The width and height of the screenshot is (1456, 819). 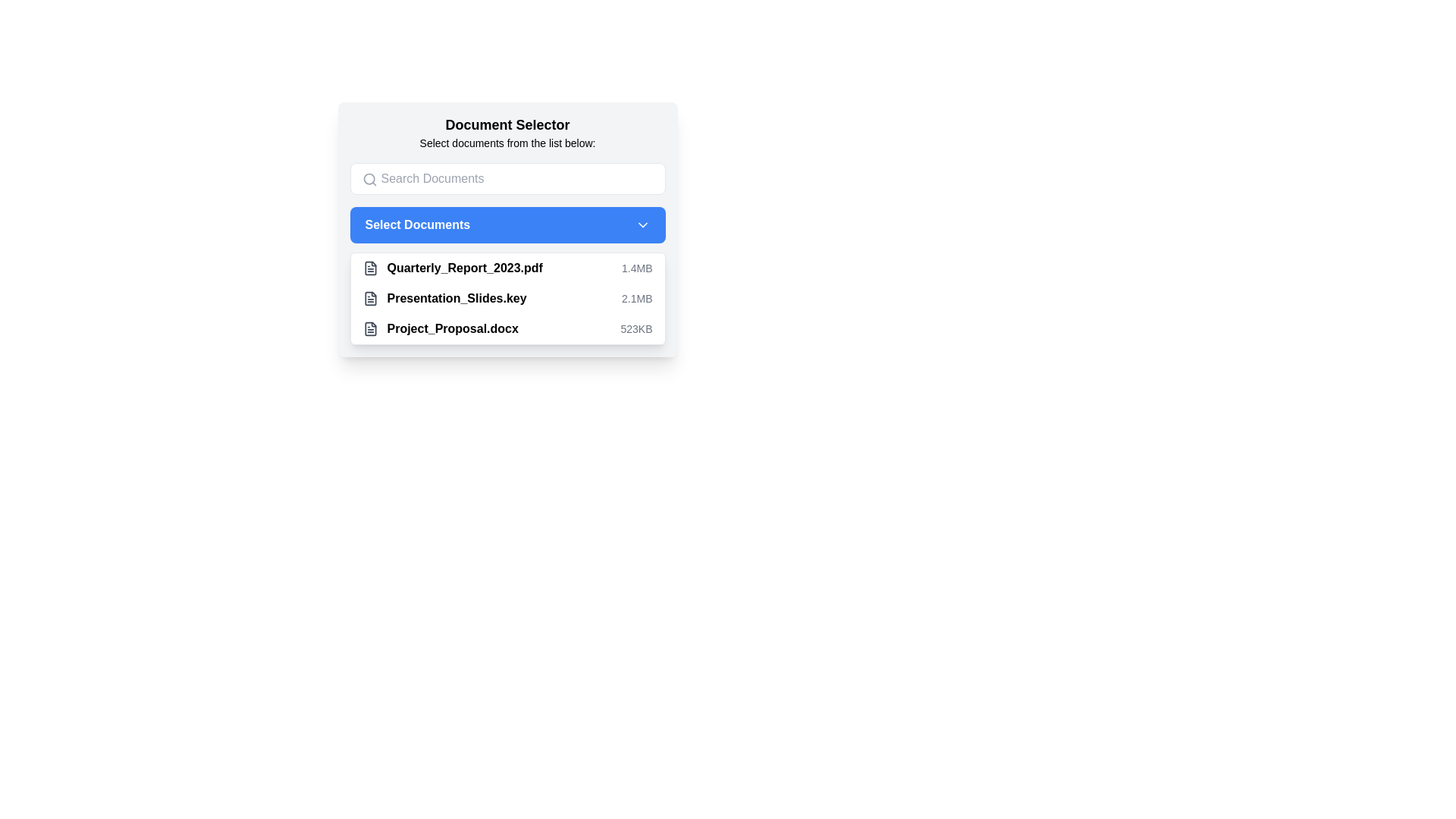 What do you see at coordinates (507, 143) in the screenshot?
I see `the instructional text element that says 'Select documents from the list below:', which is located below the 'Document Selector' heading` at bounding box center [507, 143].